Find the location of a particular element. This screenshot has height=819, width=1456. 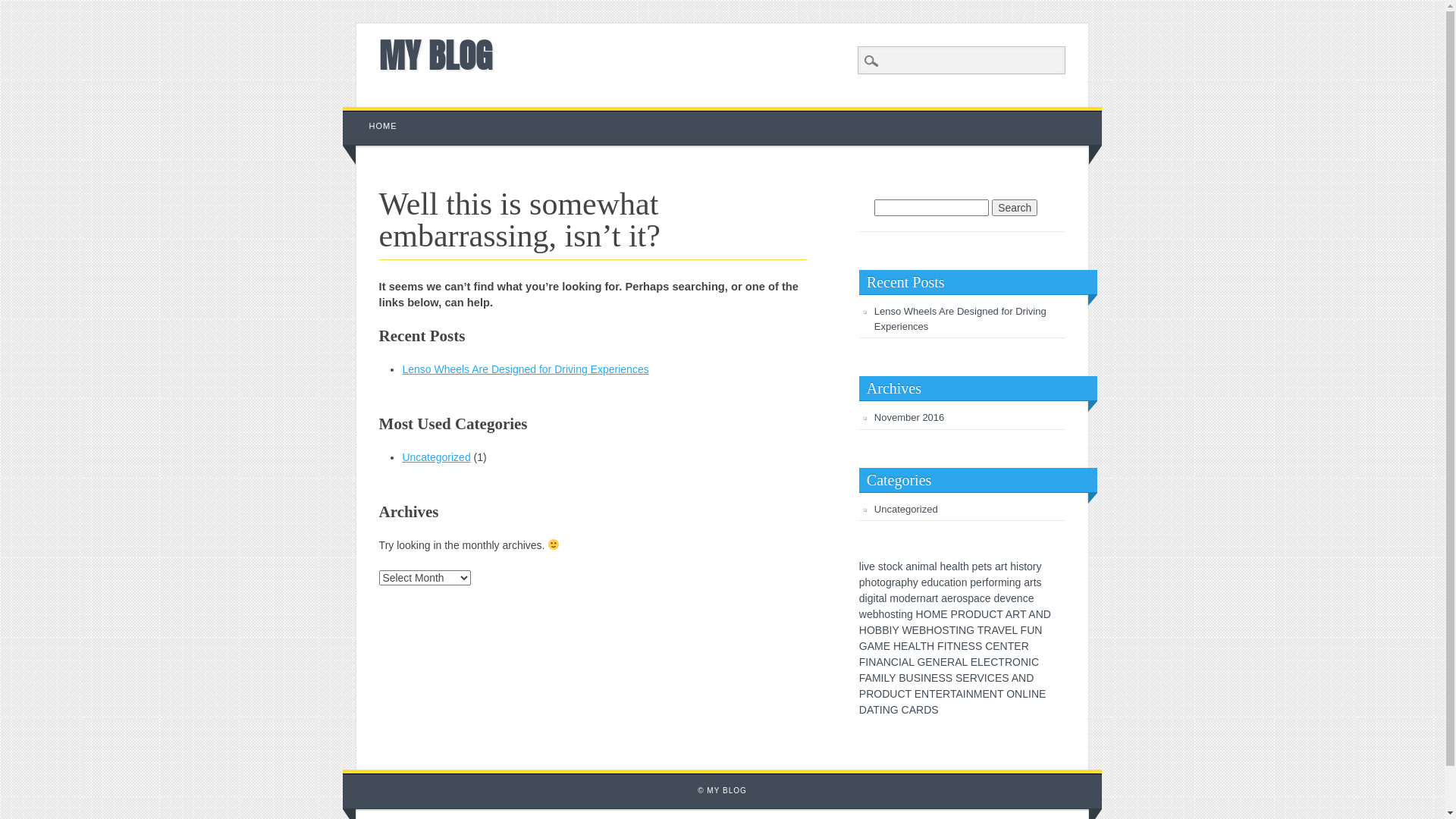

't' is located at coordinates (1004, 566).